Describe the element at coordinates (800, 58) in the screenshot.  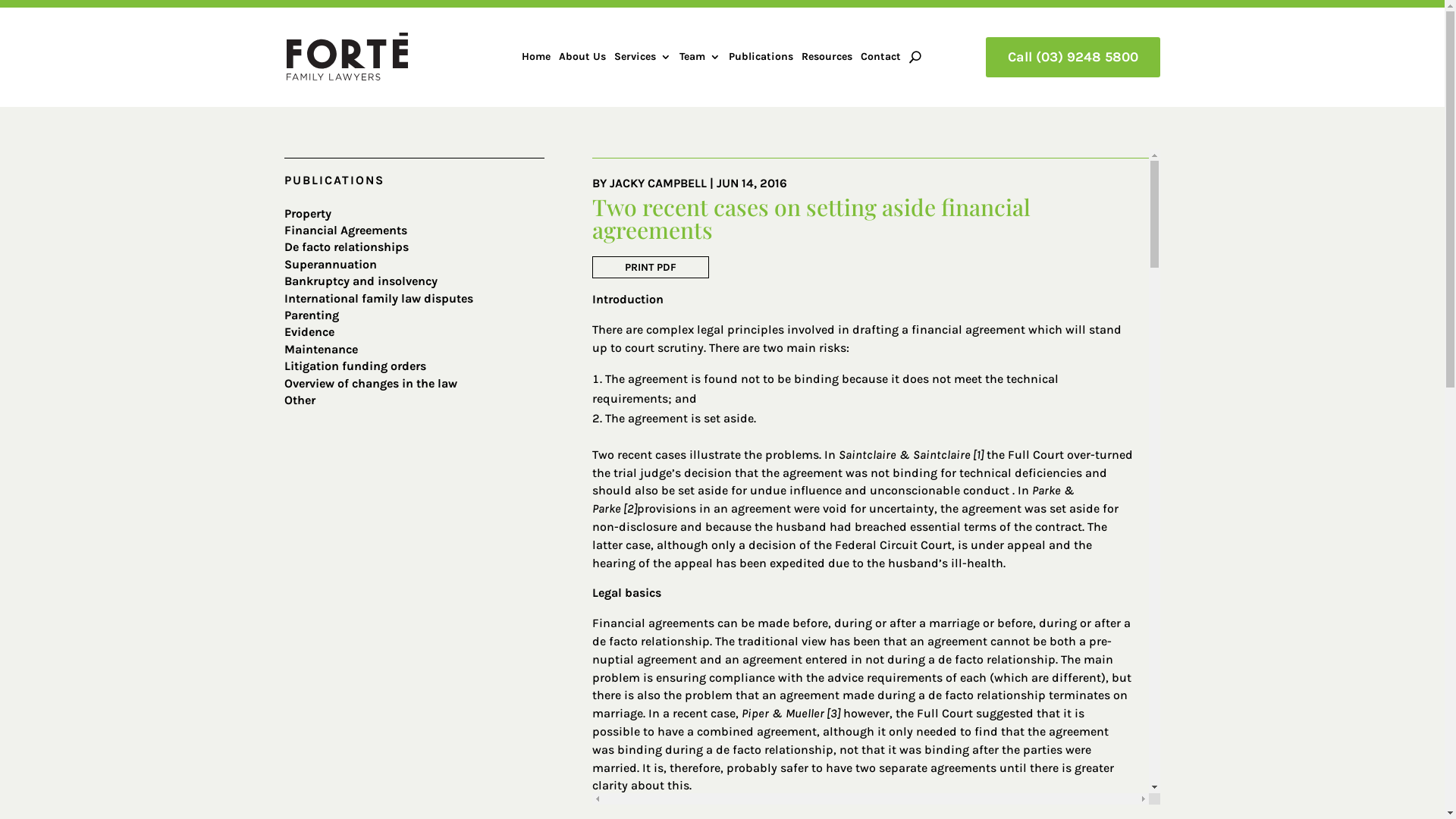
I see `'Resources'` at that location.